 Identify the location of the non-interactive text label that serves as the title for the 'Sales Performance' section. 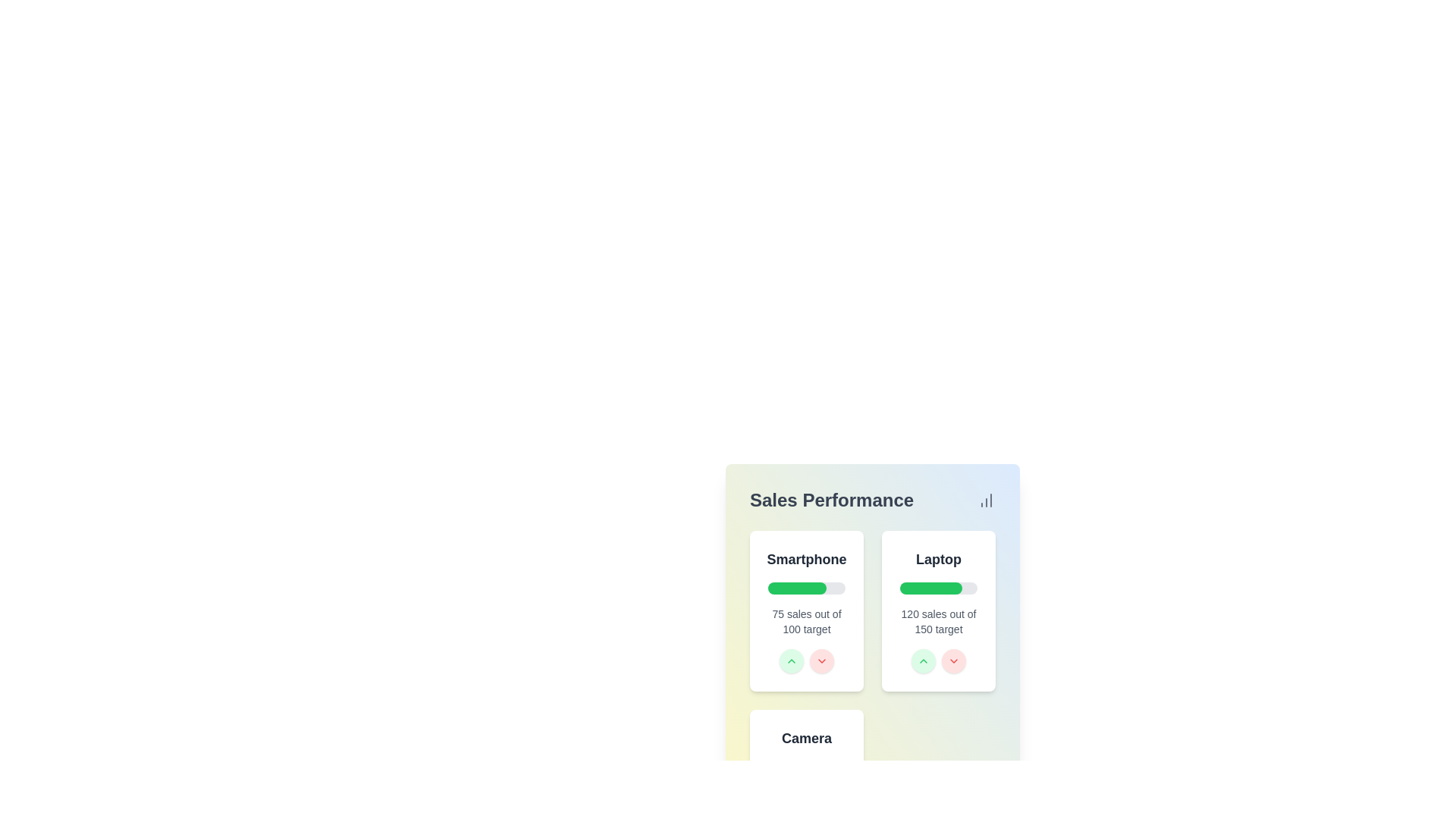
(831, 500).